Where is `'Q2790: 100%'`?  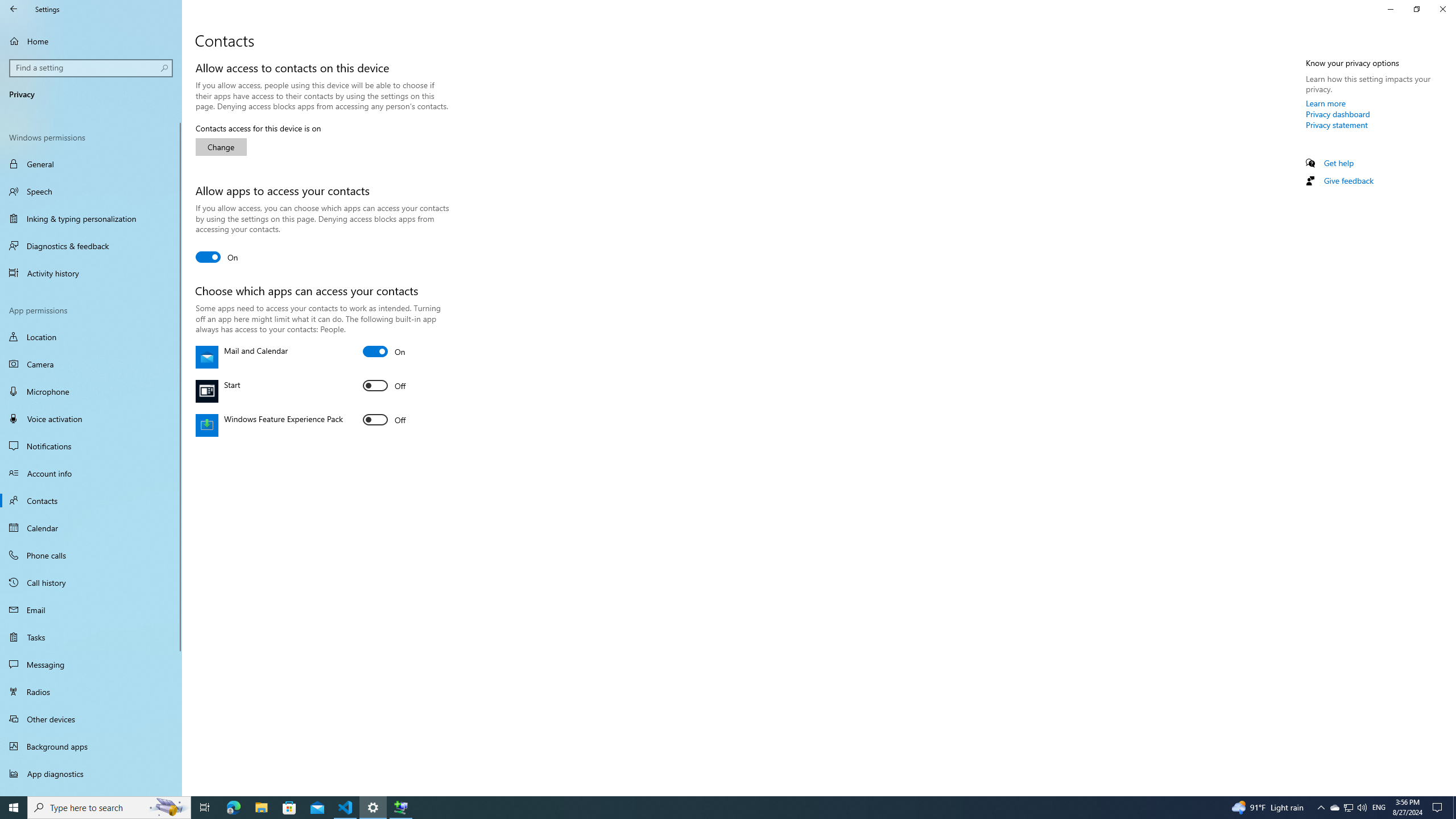 'Q2790: 100%' is located at coordinates (1361, 806).